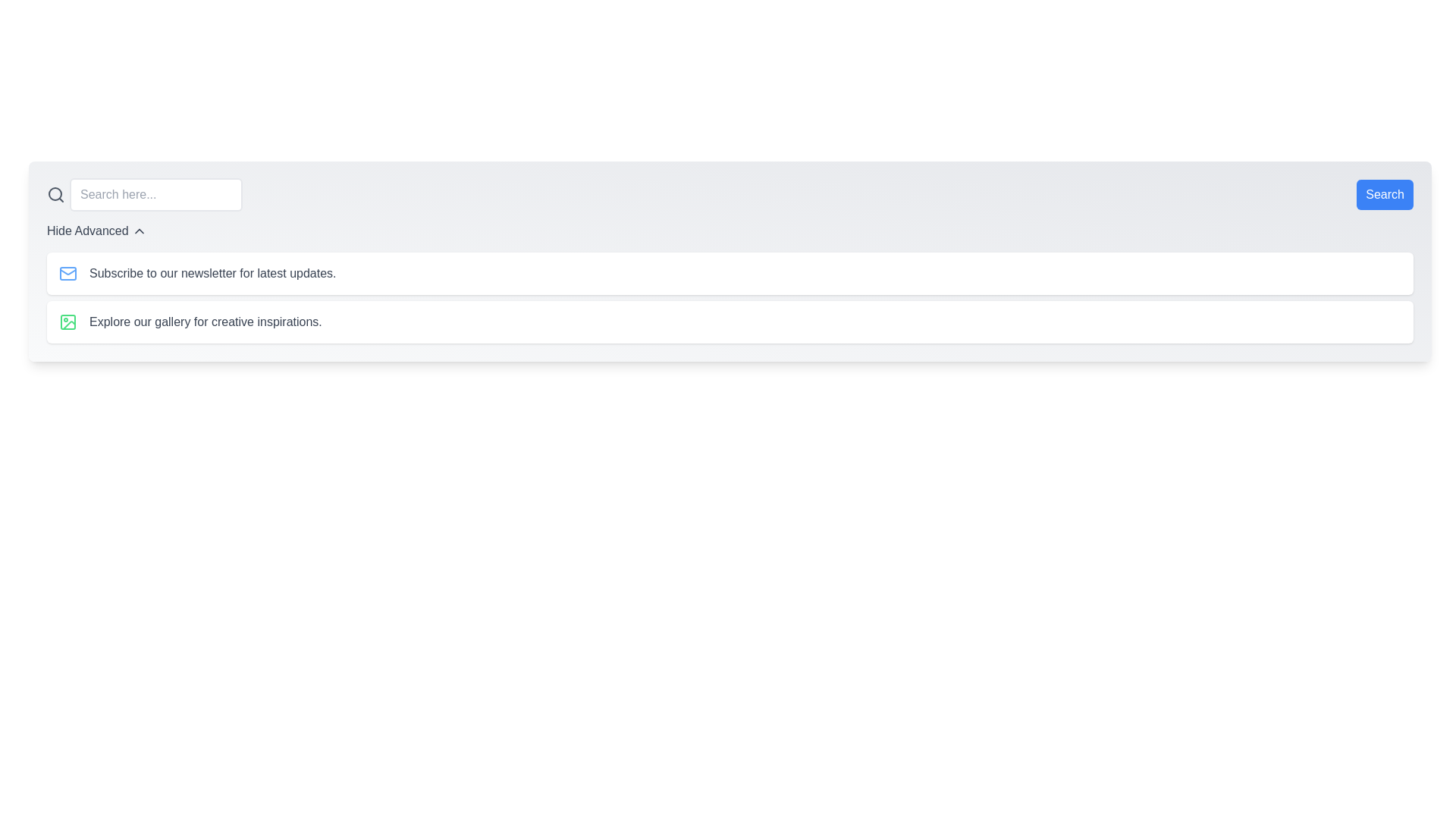 The height and width of the screenshot is (819, 1456). What do you see at coordinates (67, 274) in the screenshot?
I see `the mail icon, which is an outline style icon with blue strokes, located to the left of the text 'Subscribe to our newsletter for latest updates.'` at bounding box center [67, 274].